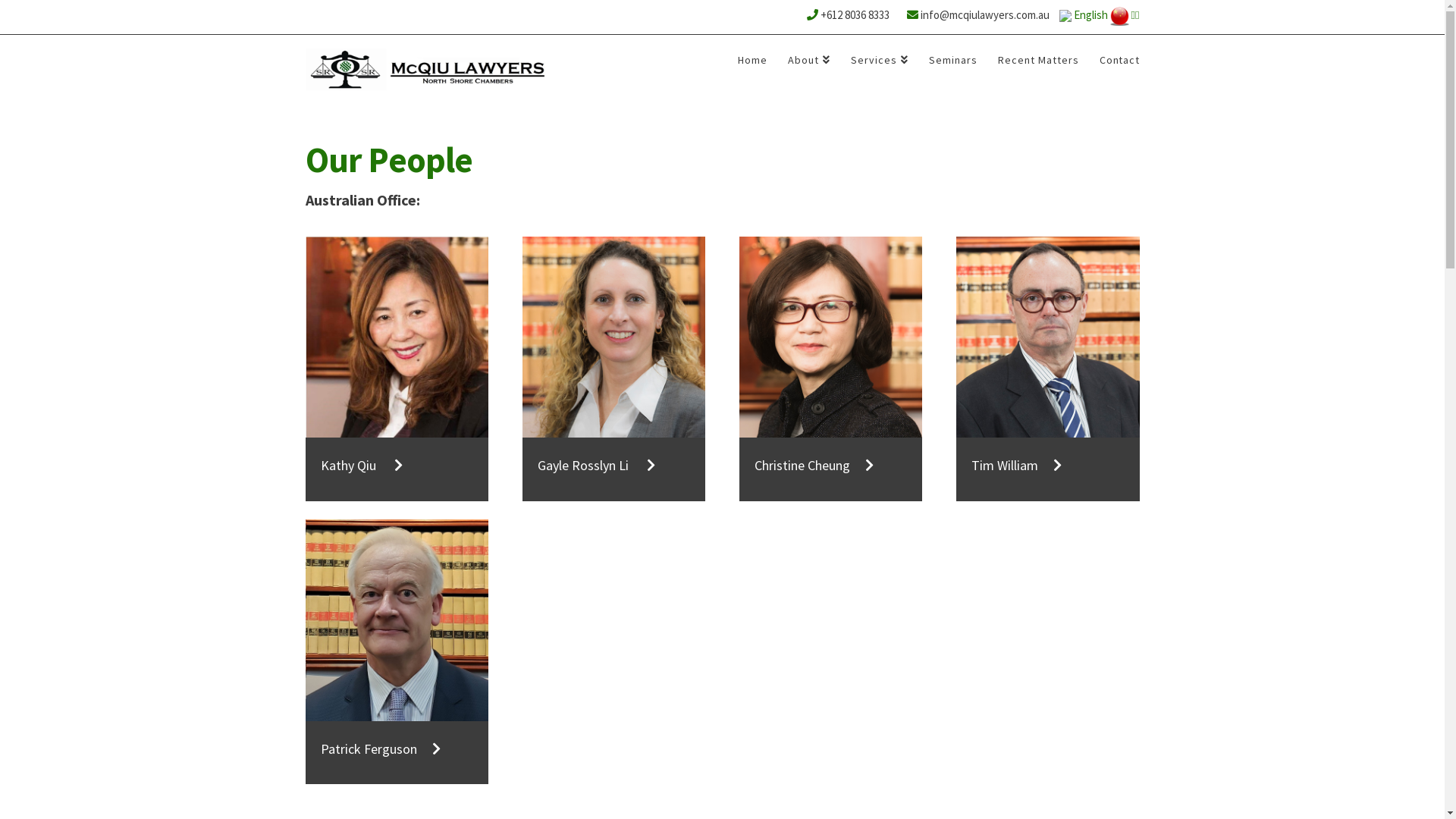 Image resolution: width=1456 pixels, height=819 pixels. I want to click on 'Services', so click(879, 64).